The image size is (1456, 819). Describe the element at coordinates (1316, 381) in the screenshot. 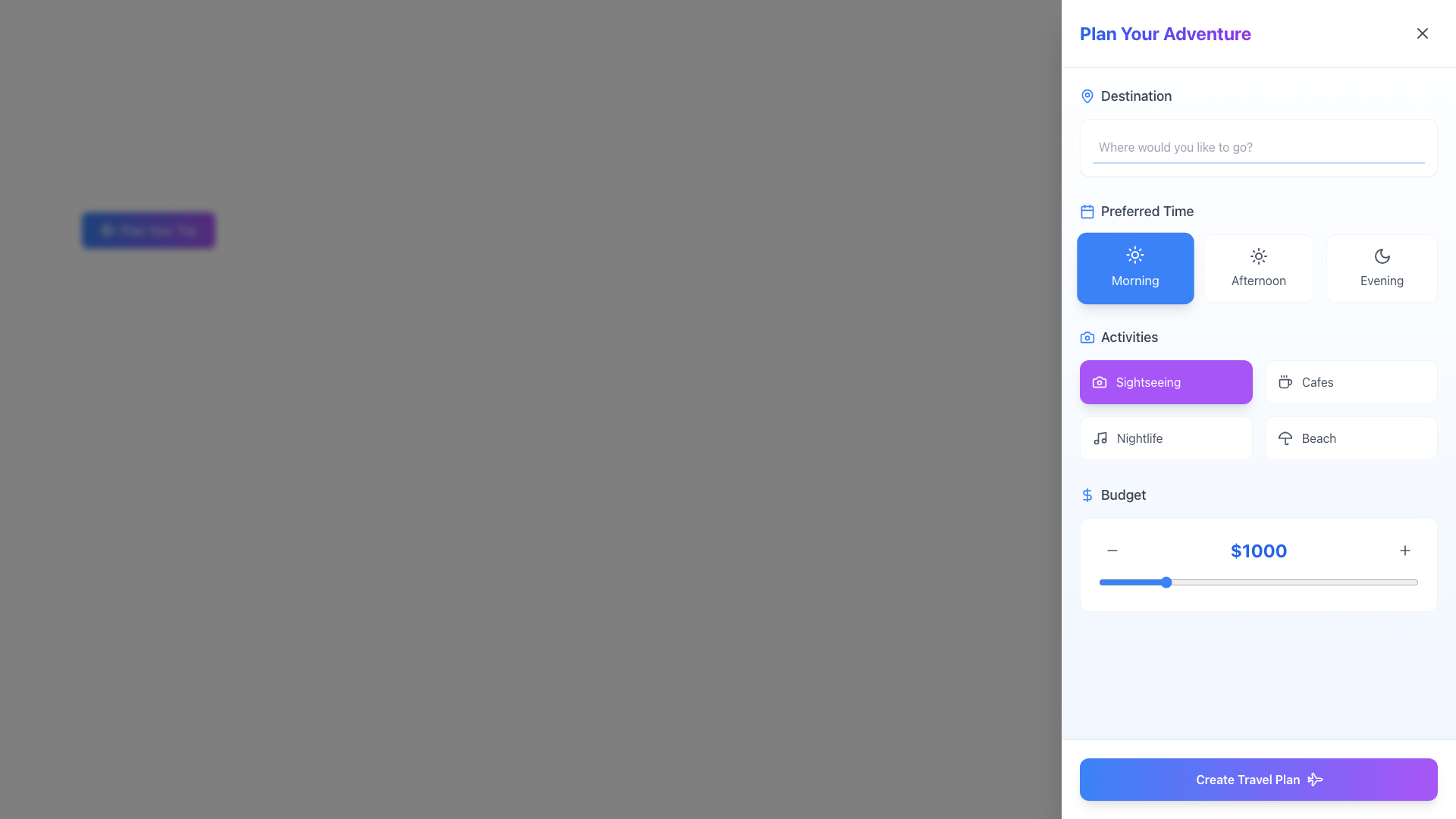

I see `the 'Cafes' text label, which is a small font label displaying 'Cafes' in the Activities section, rightmost among similar options like 'Sightseeing' and 'Nightlife.'` at that location.